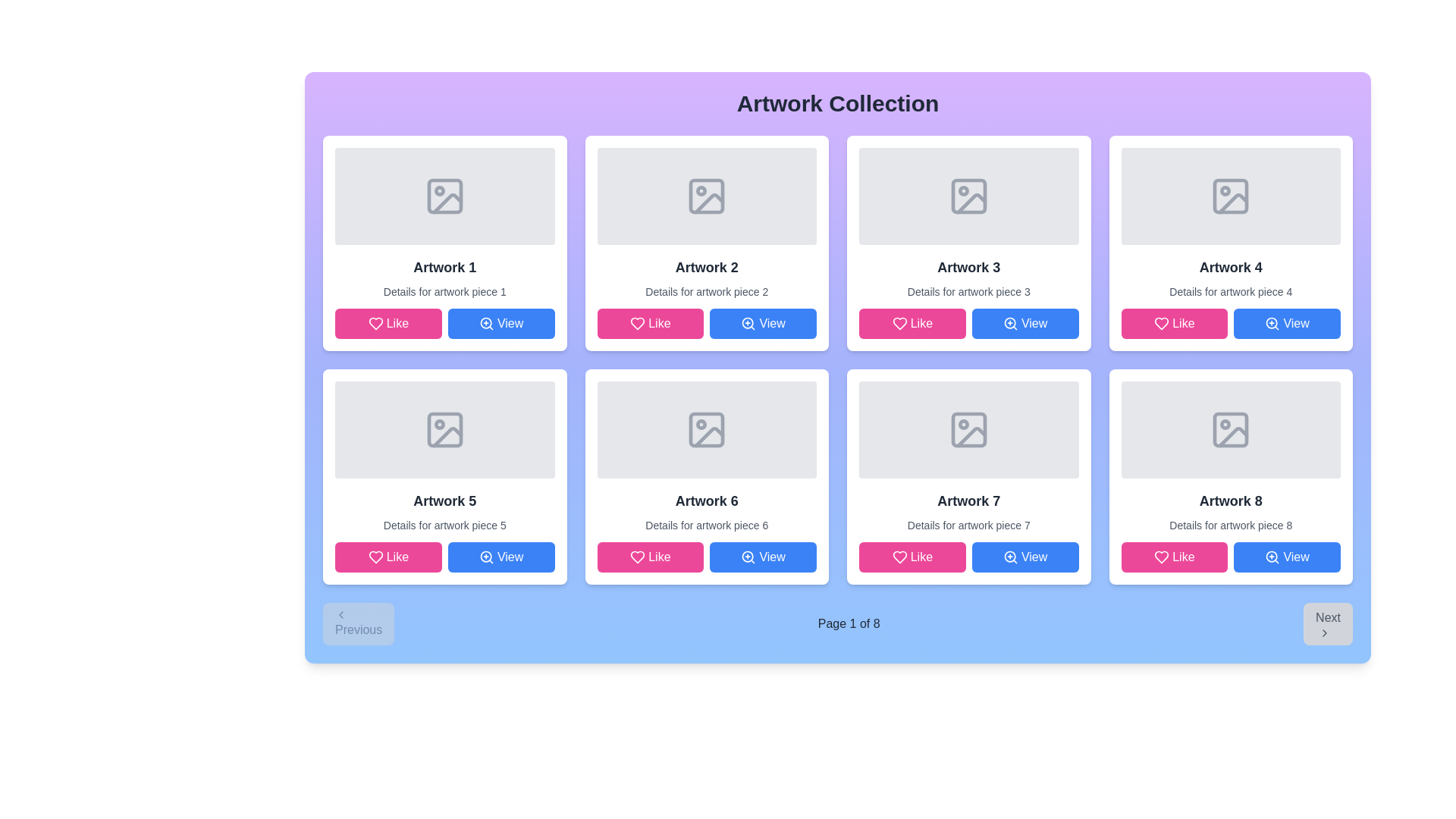 The image size is (1456, 819). I want to click on keyboard navigation, so click(763, 557).